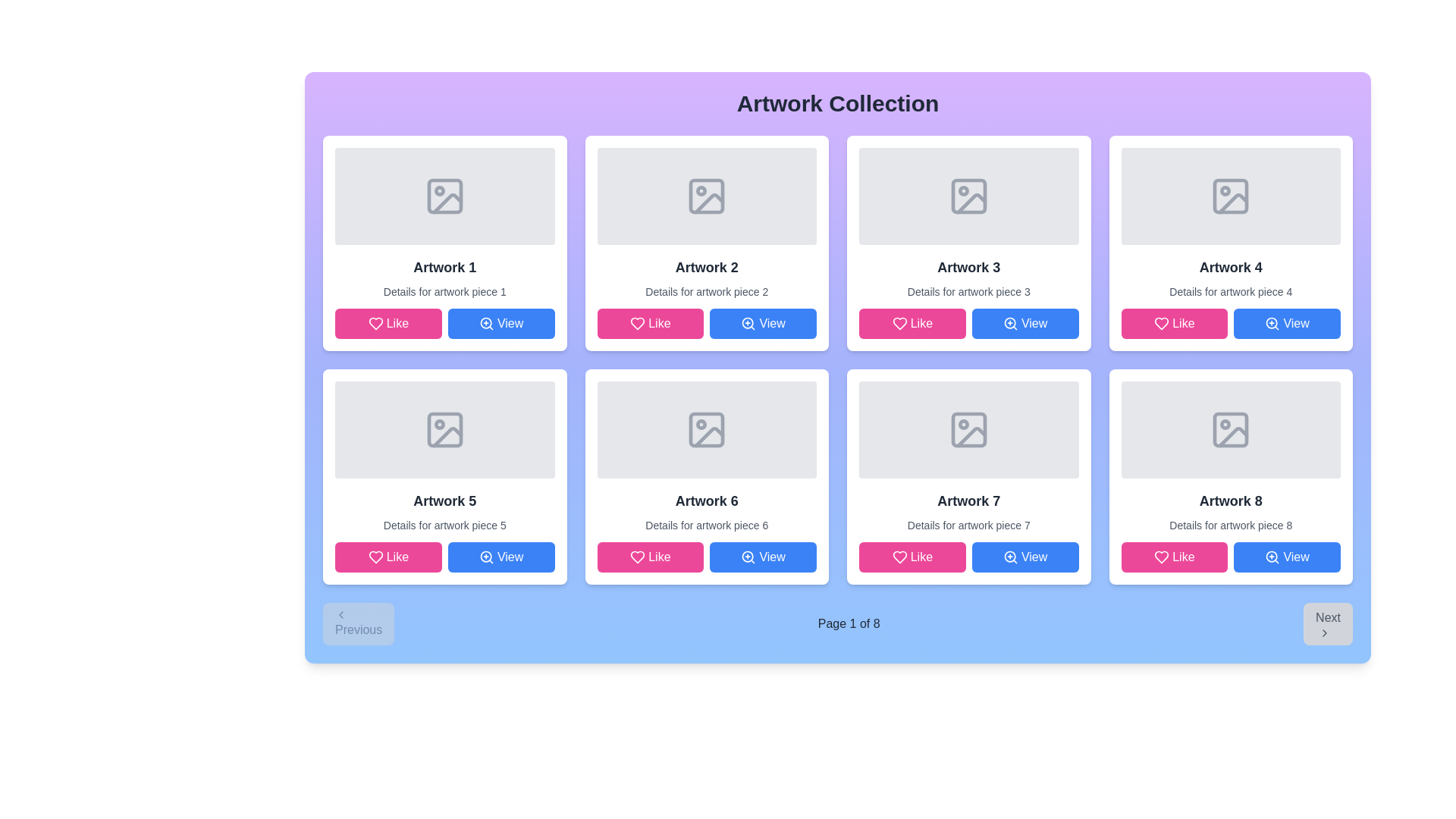 The image size is (1456, 819). I want to click on keyboard navigation, so click(763, 557).